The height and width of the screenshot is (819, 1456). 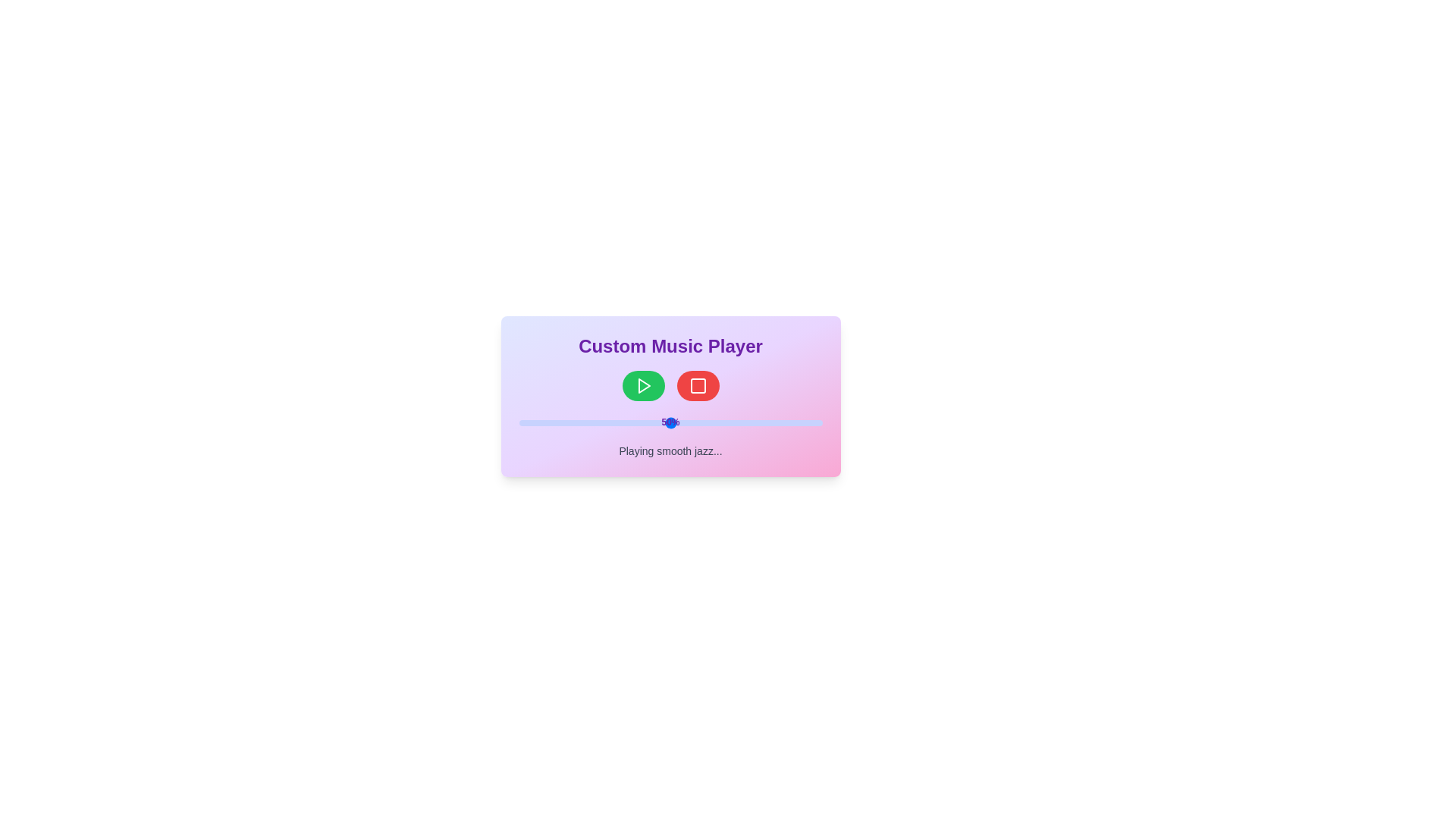 What do you see at coordinates (697, 385) in the screenshot?
I see `the square stop or record button in the music player, located slightly to the right of the center of the overall layout, adjacent to the green play button` at bounding box center [697, 385].